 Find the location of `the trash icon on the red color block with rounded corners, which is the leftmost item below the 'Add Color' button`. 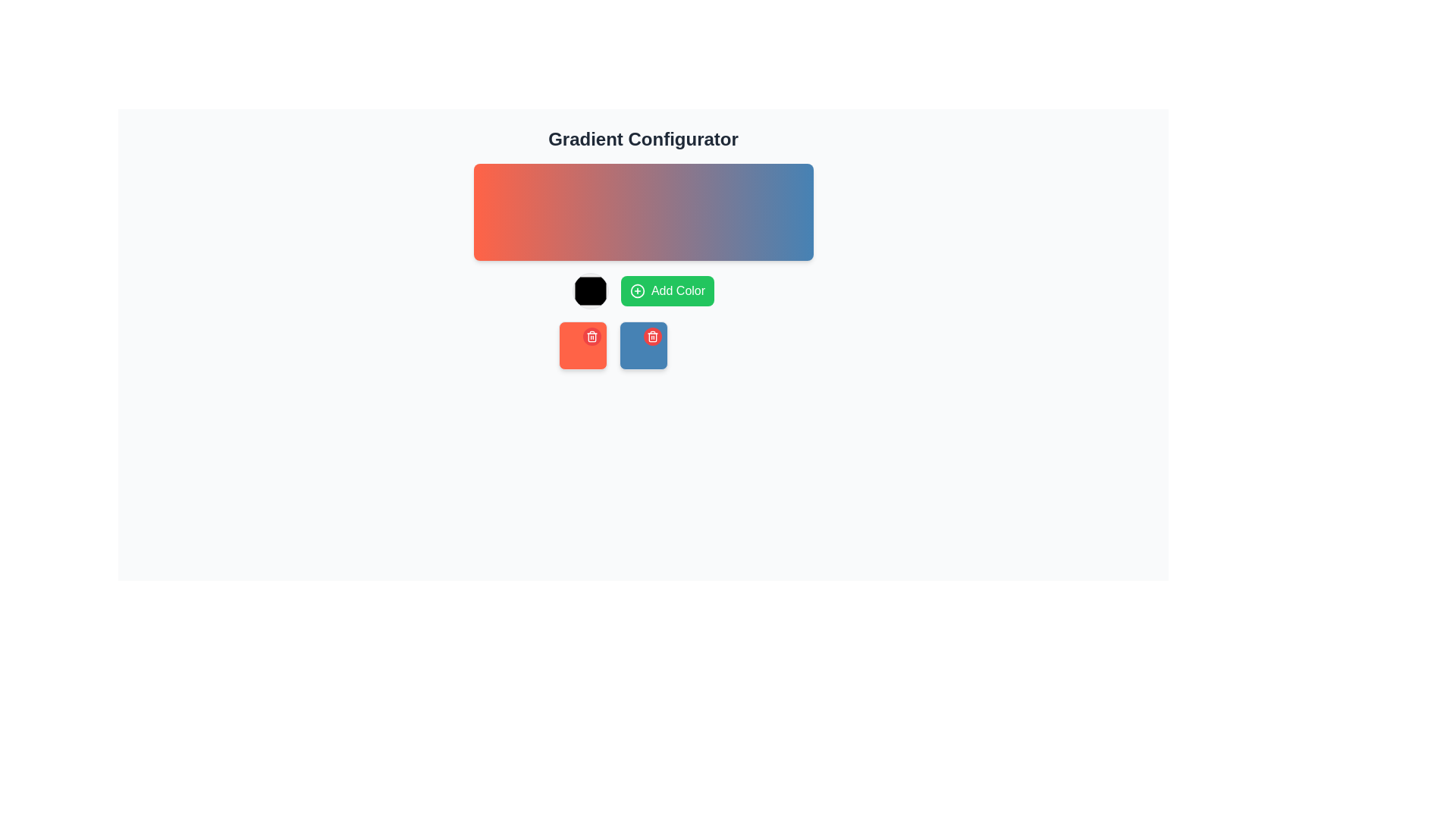

the trash icon on the red color block with rounded corners, which is the leftmost item below the 'Add Color' button is located at coordinates (582, 345).